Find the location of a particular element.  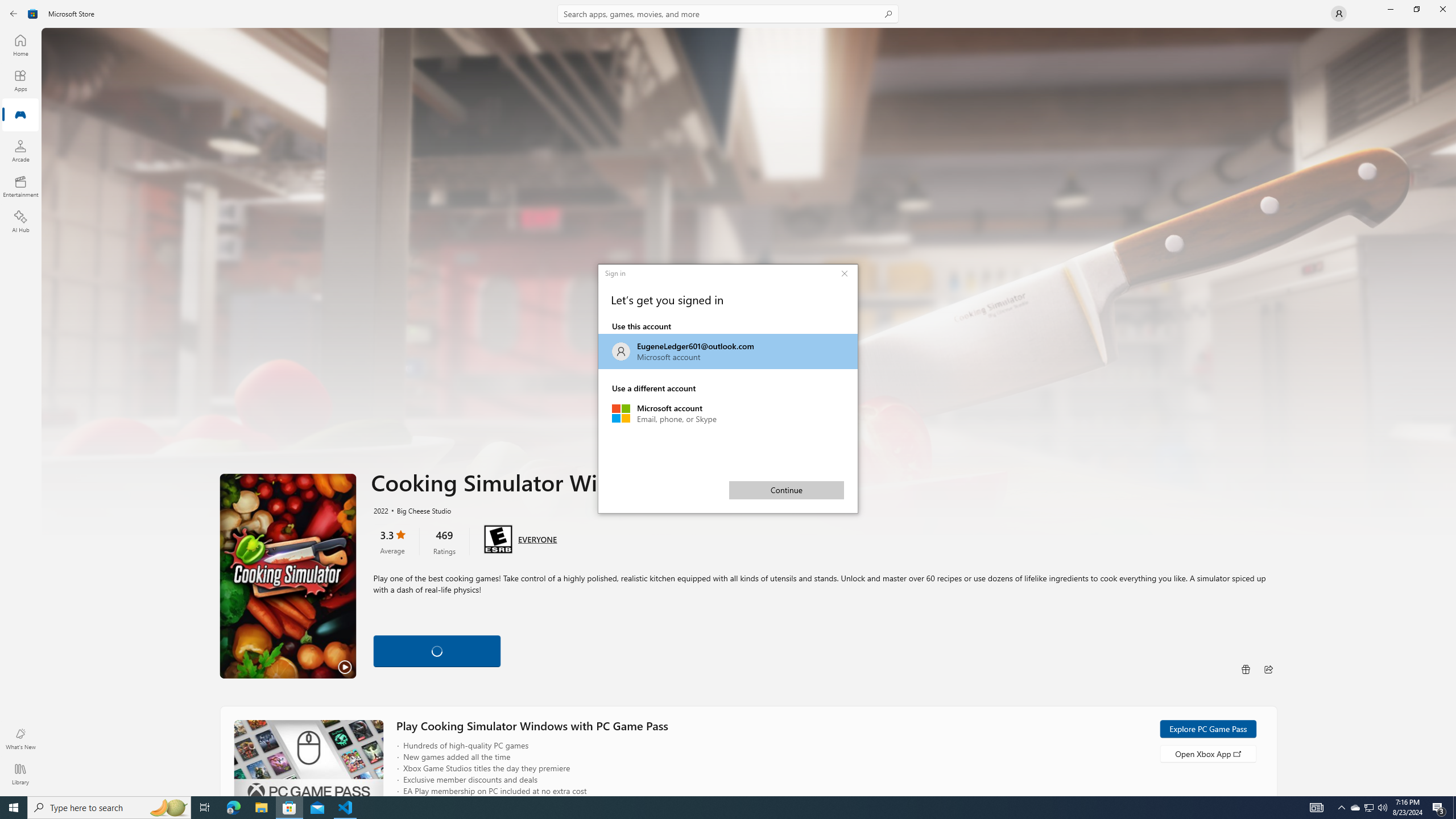

'Apps' is located at coordinates (19, 80).